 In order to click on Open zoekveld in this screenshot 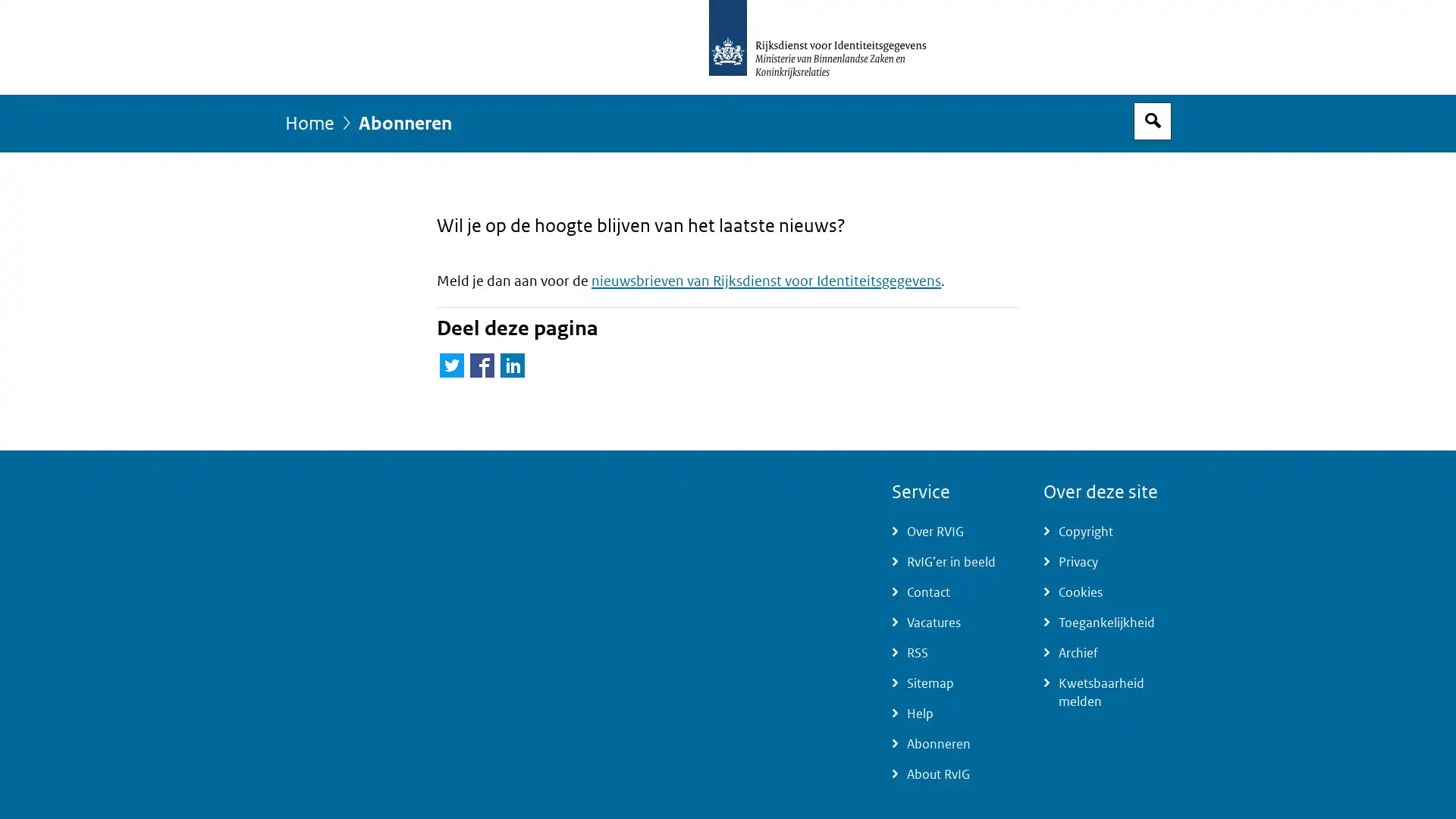, I will do `click(1153, 120)`.